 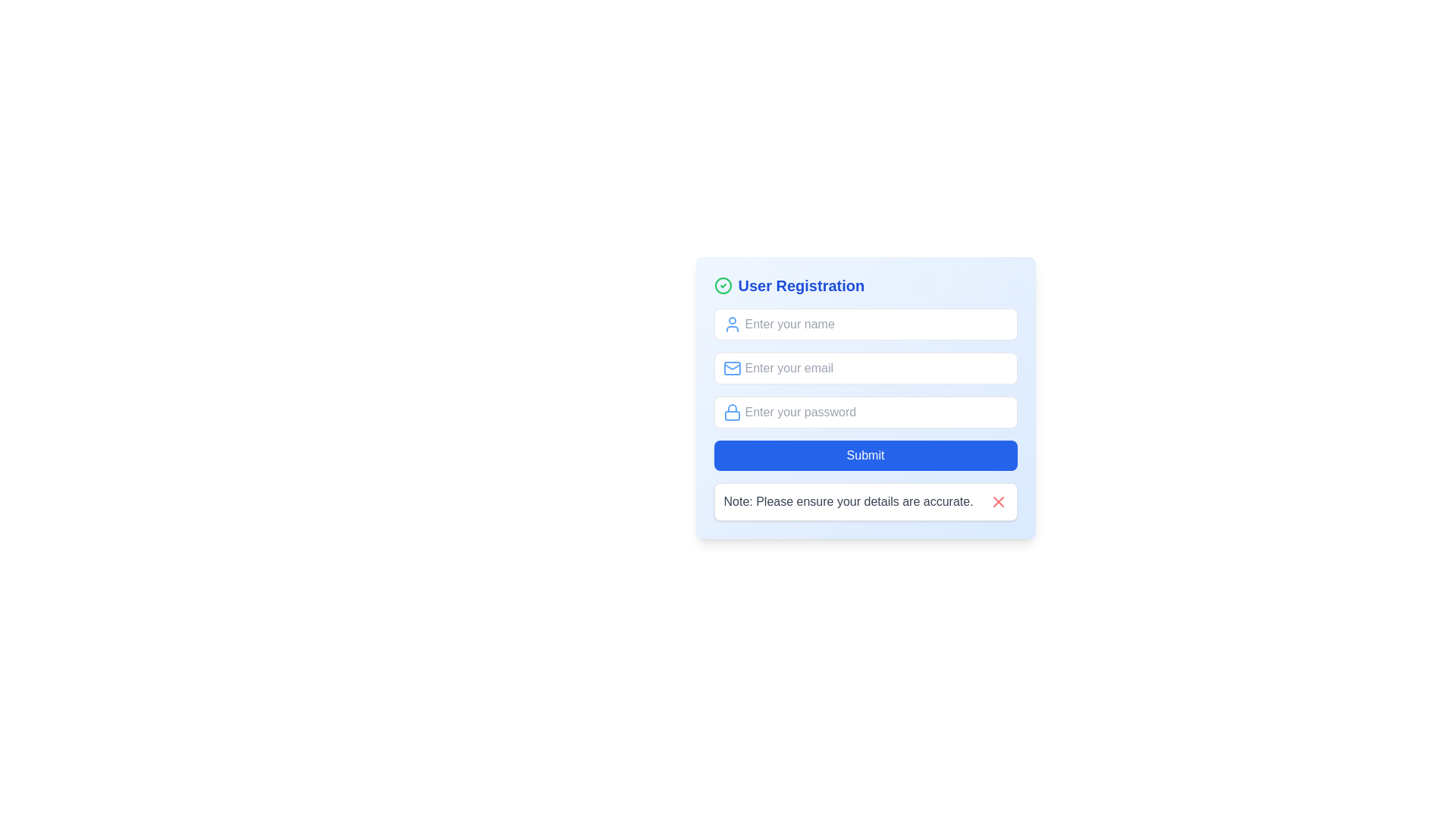 I want to click on the padlock icon representing security or password protection, located to the left of the 'Enter your password' input field, if enabled, so click(x=732, y=416).